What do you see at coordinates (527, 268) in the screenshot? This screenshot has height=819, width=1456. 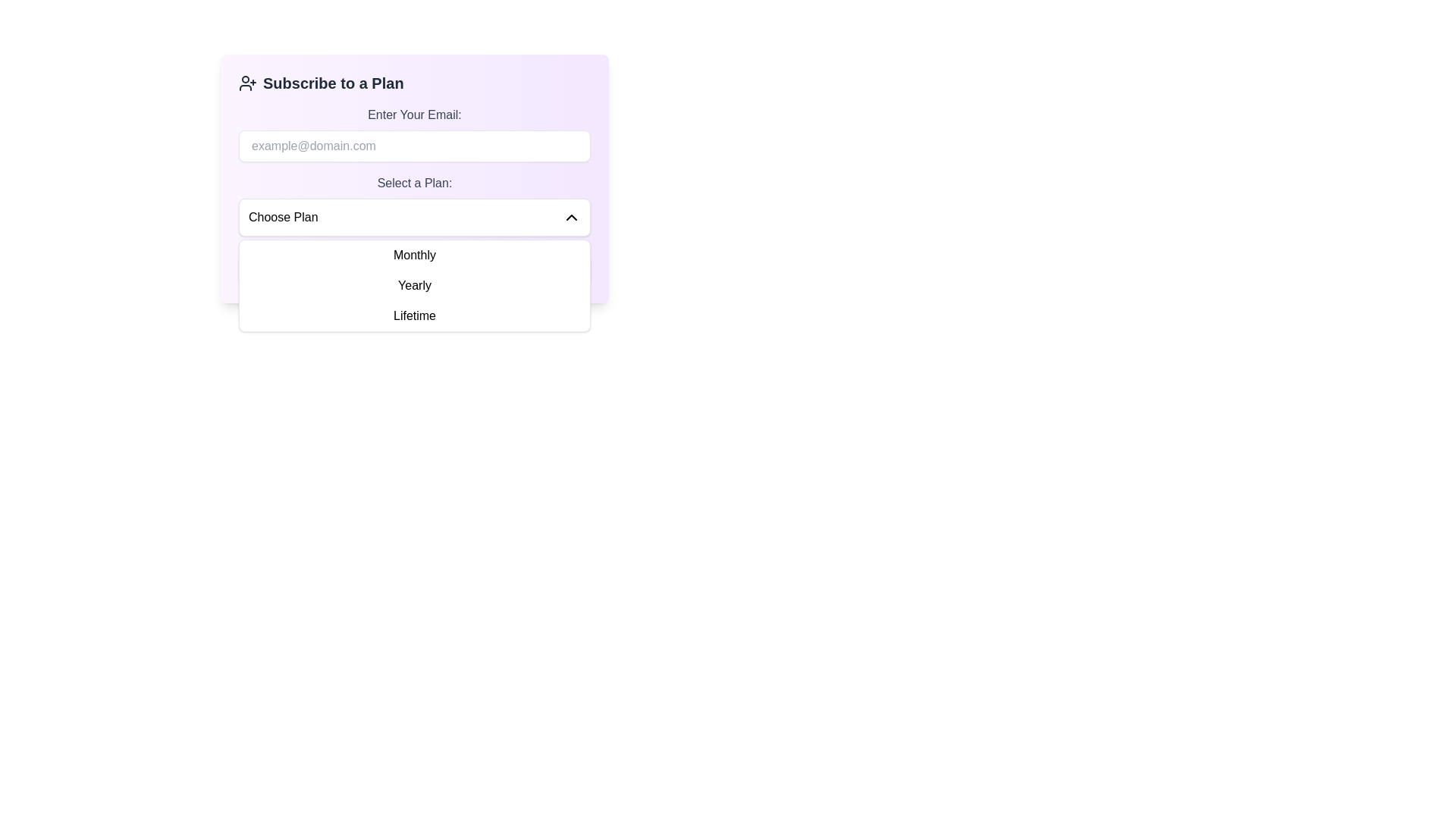 I see `the cancellation icon located on the leftmost side of the 'Cancel' button towards the middle-right of the interface` at bounding box center [527, 268].